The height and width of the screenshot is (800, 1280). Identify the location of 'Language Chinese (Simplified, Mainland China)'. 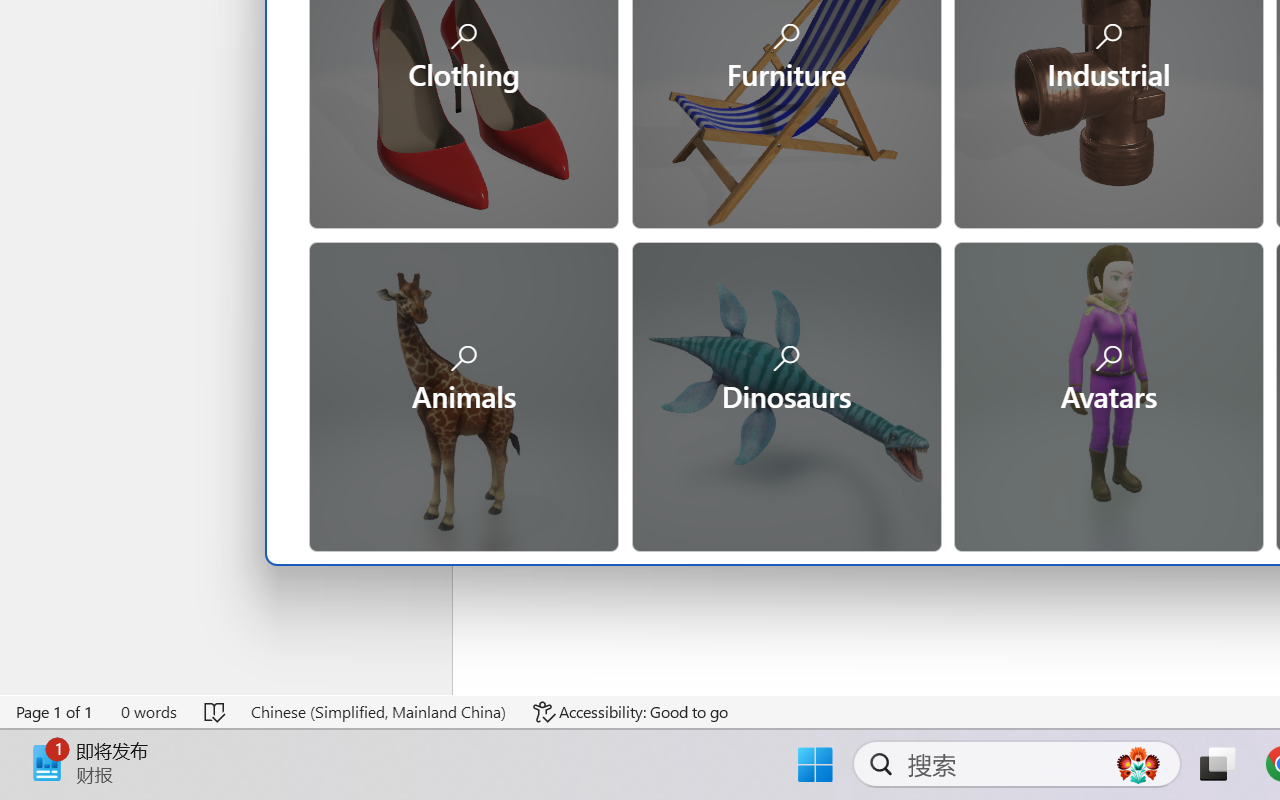
(378, 711).